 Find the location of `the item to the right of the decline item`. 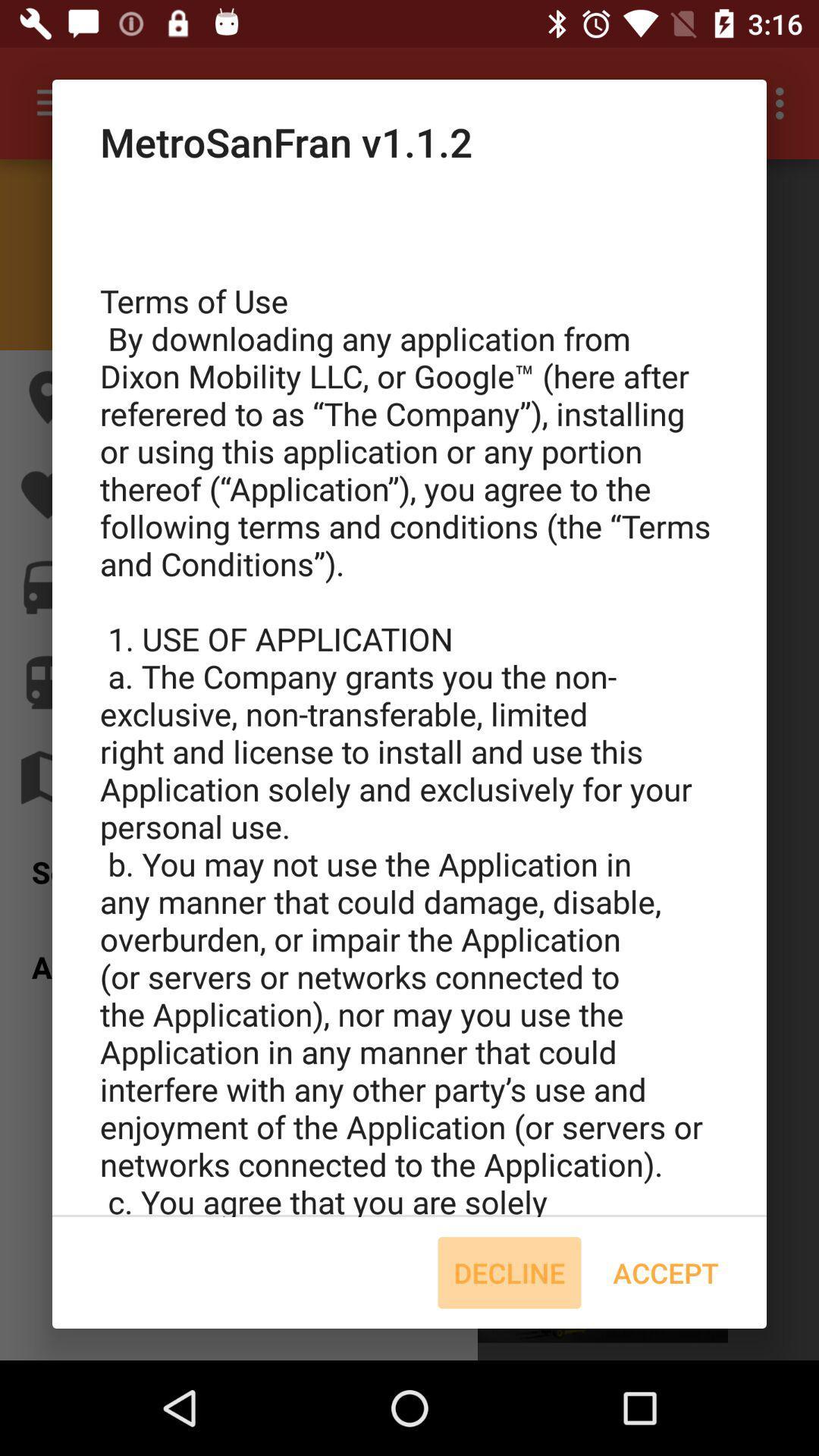

the item to the right of the decline item is located at coordinates (665, 1272).